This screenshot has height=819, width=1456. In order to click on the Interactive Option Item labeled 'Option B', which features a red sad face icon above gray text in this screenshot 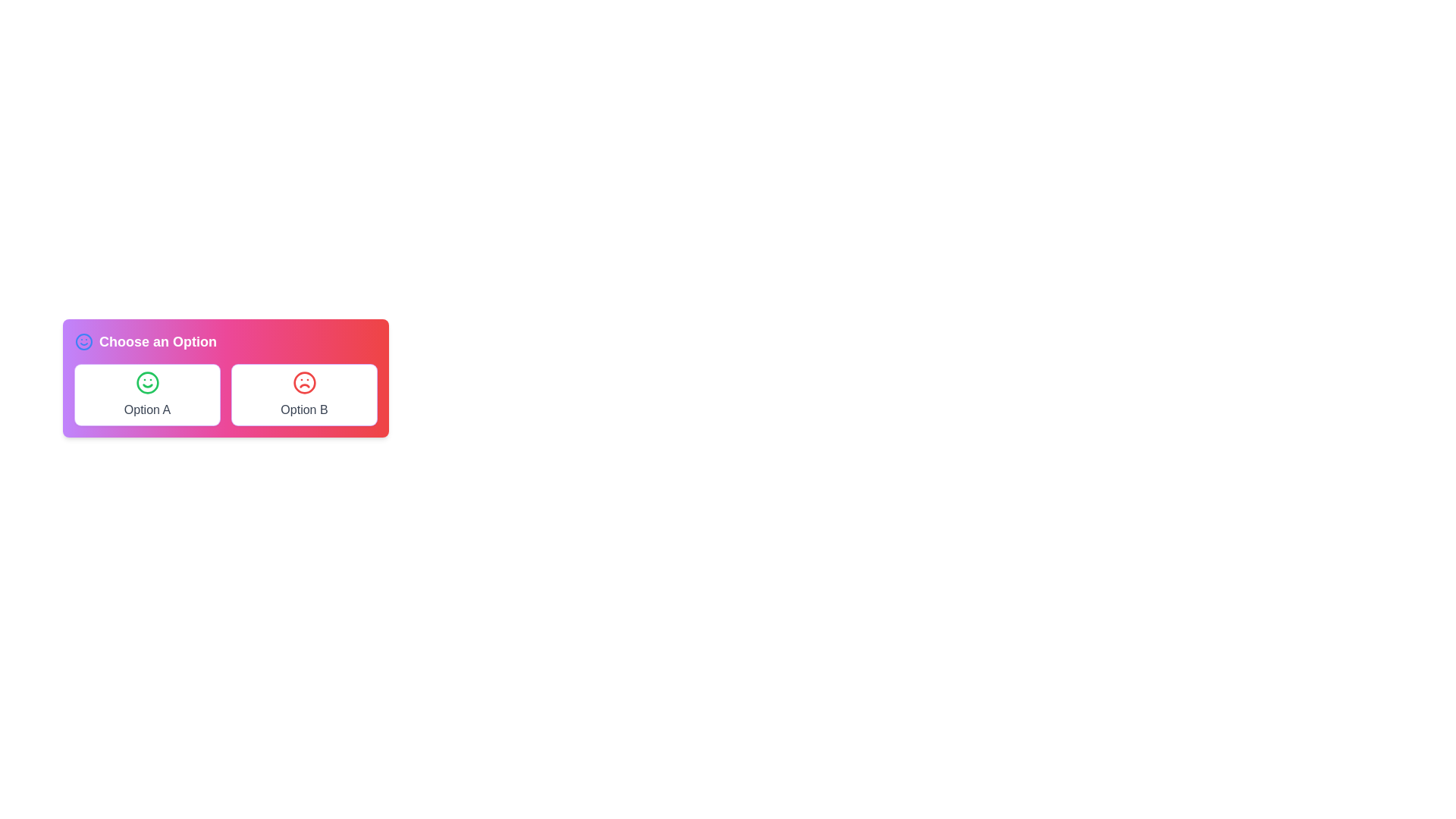, I will do `click(303, 394)`.